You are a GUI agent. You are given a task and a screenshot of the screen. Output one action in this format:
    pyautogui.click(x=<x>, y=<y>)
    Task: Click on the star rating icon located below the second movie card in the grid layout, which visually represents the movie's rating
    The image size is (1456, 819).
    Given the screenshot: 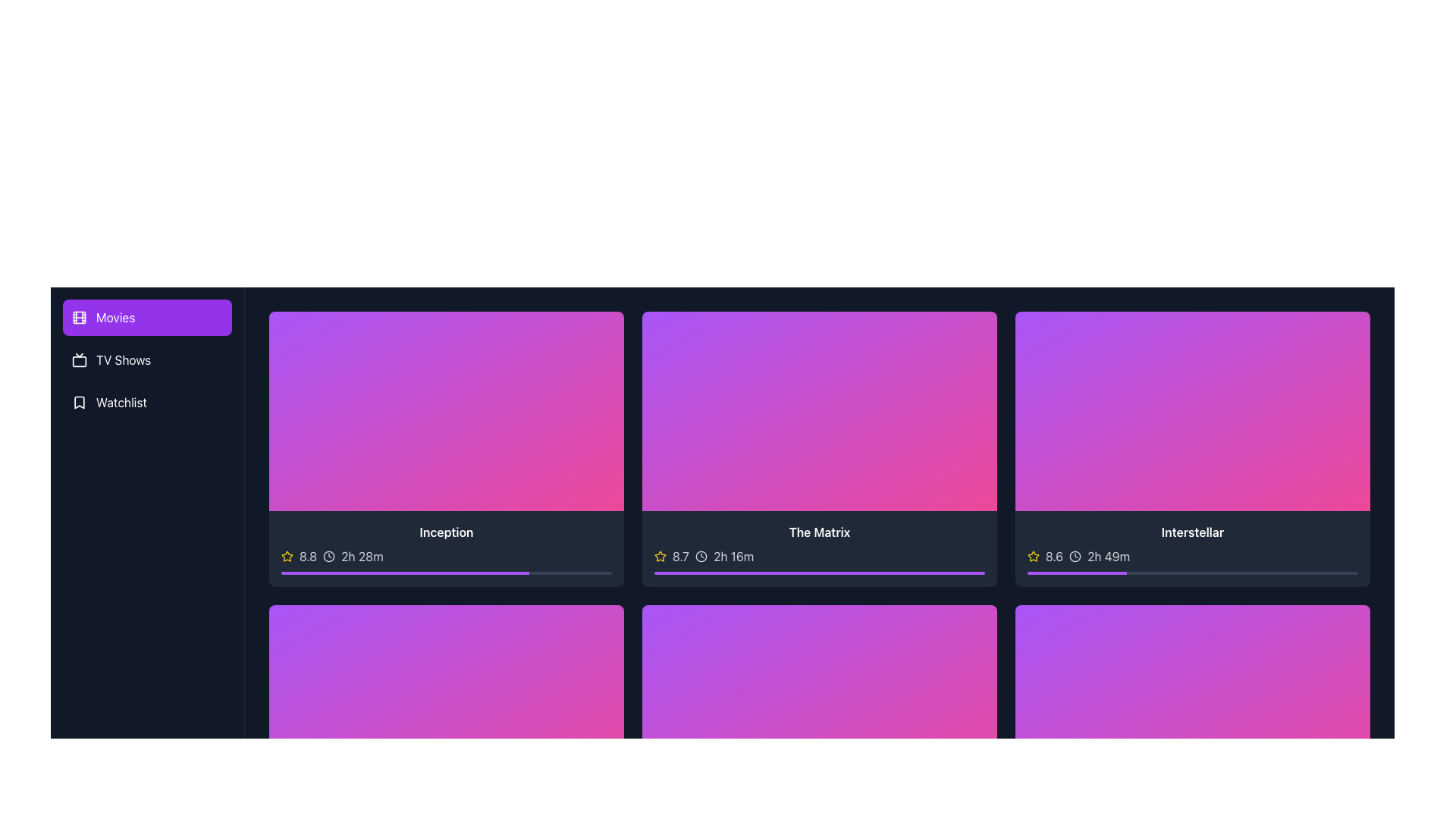 What is the action you would take?
    pyautogui.click(x=660, y=556)
    